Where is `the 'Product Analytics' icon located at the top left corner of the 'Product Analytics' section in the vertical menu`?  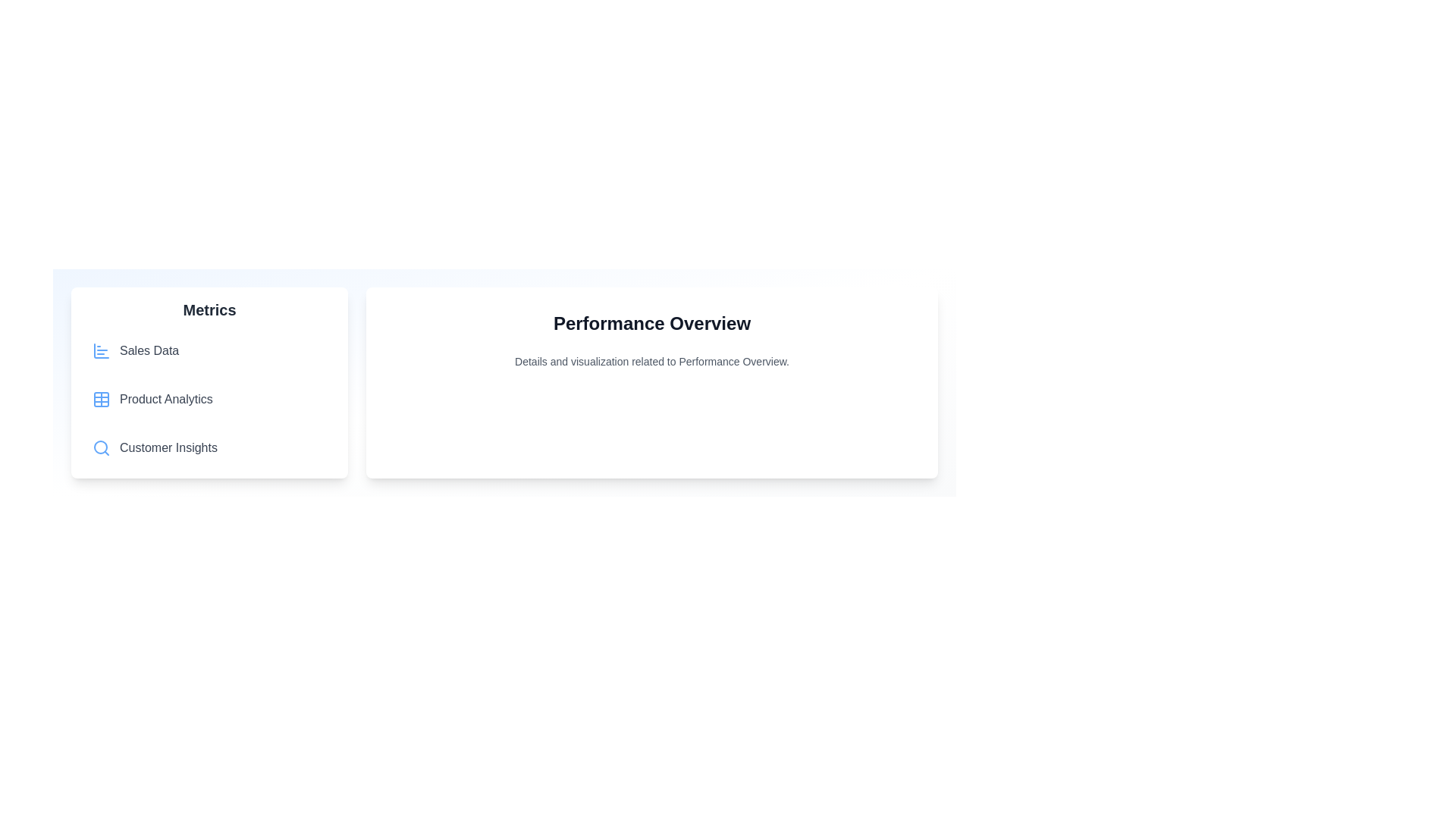 the 'Product Analytics' icon located at the top left corner of the 'Product Analytics' section in the vertical menu is located at coordinates (101, 399).